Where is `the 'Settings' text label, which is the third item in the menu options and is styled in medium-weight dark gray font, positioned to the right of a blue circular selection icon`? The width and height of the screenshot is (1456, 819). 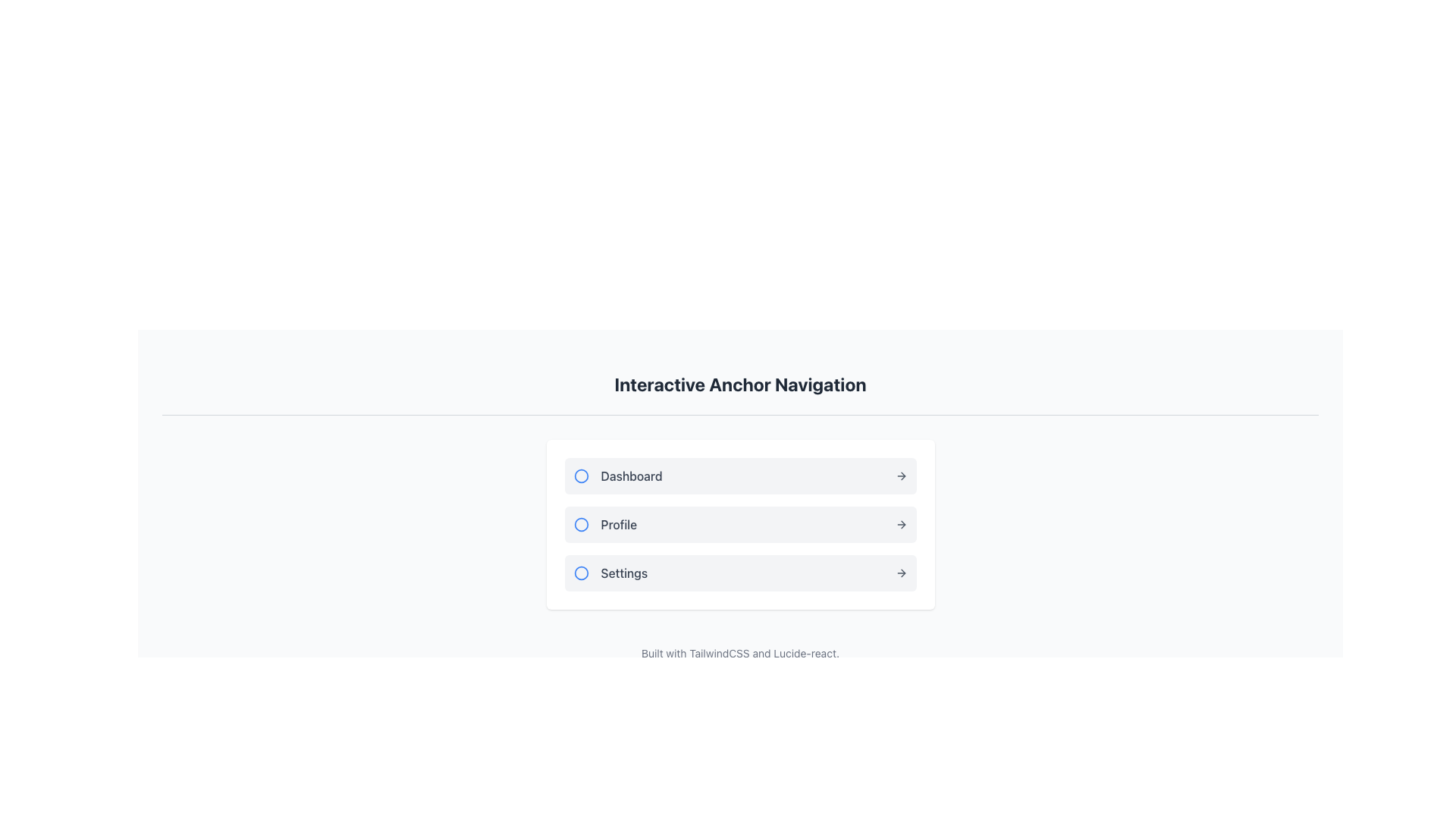 the 'Settings' text label, which is the third item in the menu options and is styled in medium-weight dark gray font, positioned to the right of a blue circular selection icon is located at coordinates (610, 573).